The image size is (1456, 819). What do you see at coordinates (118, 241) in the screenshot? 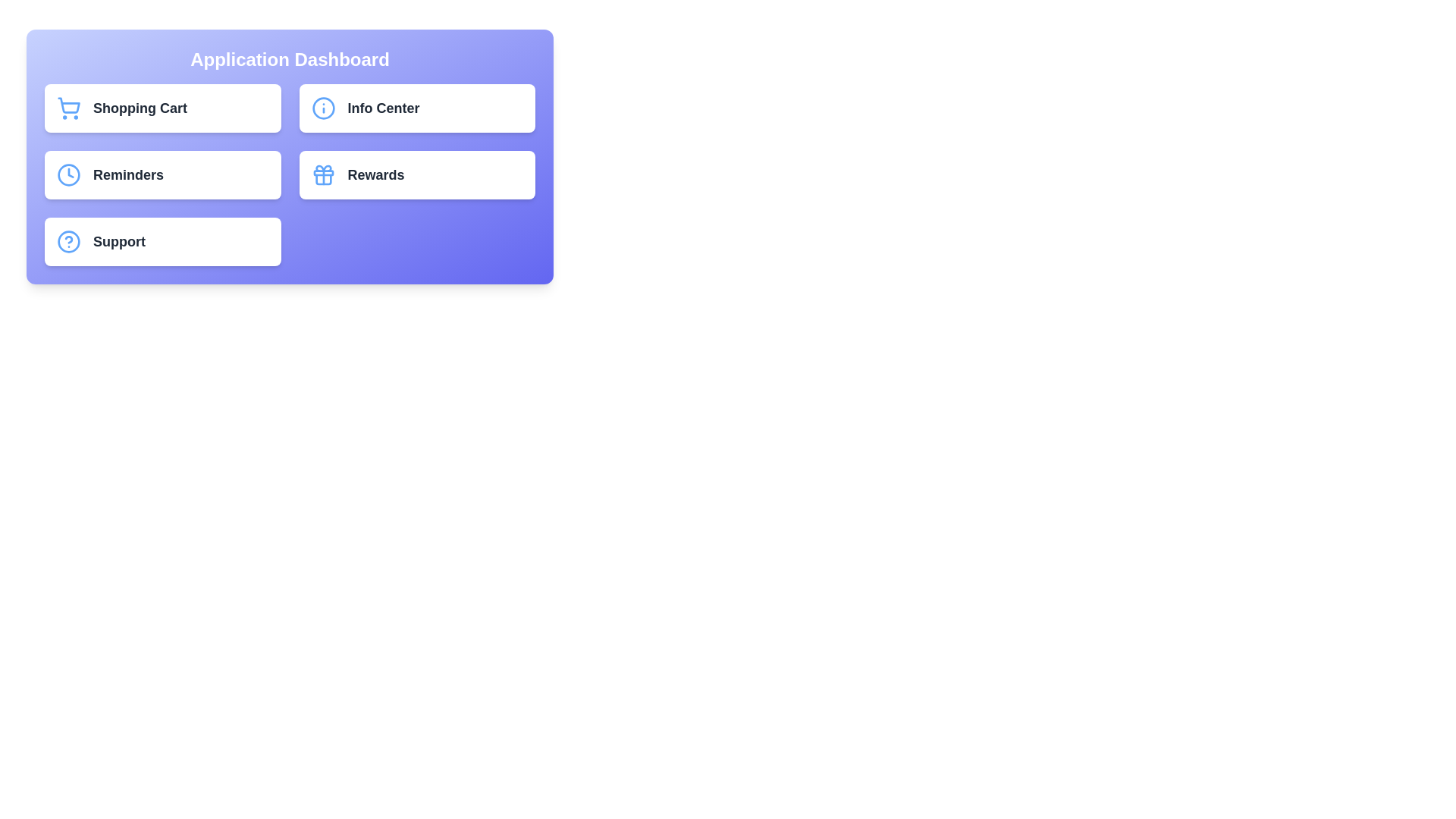
I see `the 'Support' text label, which is styled with a bold font and dark gray color, located within the bottom-left card of a grid layout, adjacent to a circular question mark icon` at bounding box center [118, 241].